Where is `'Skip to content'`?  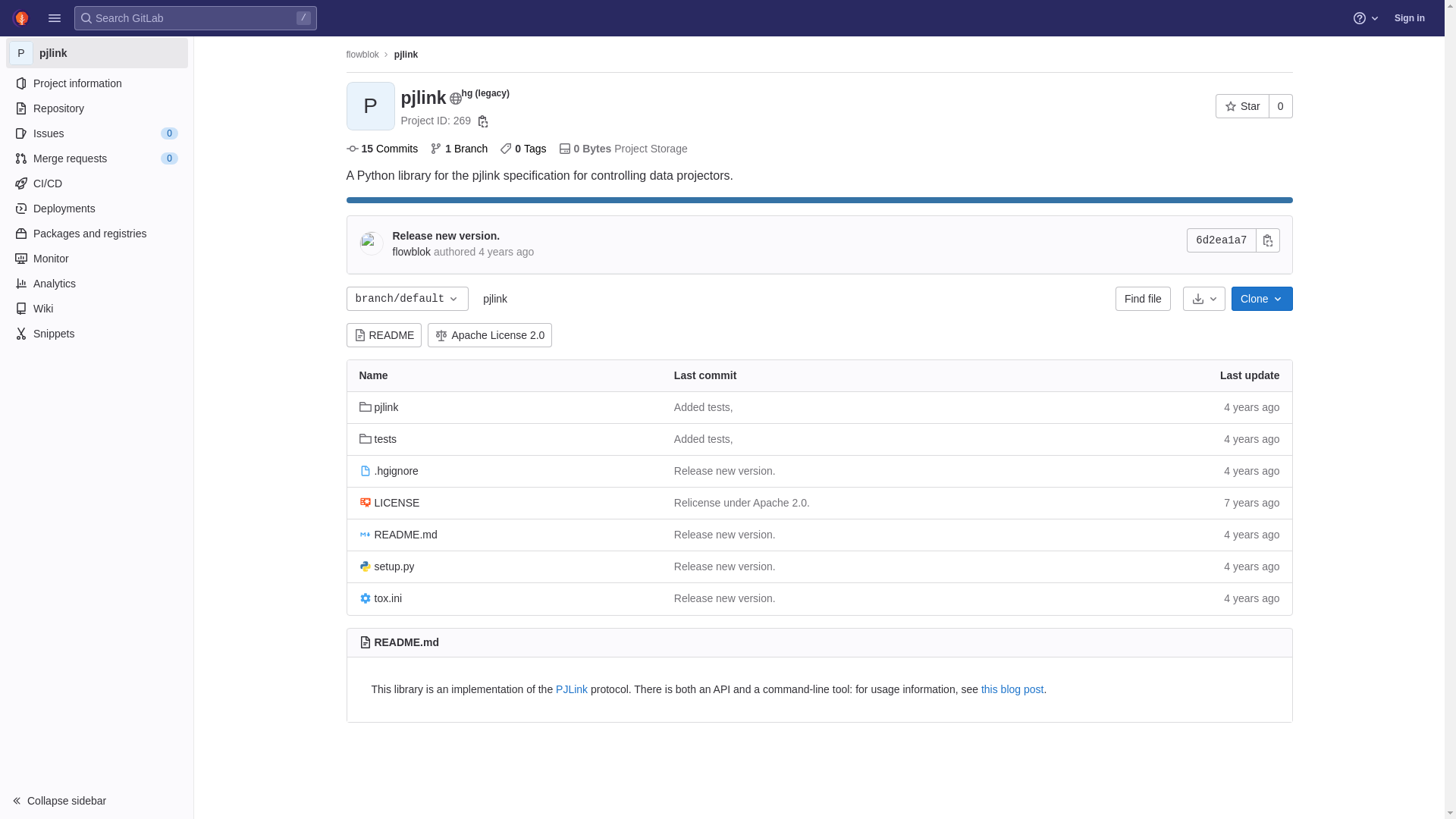 'Skip to content' is located at coordinates (11, 18).